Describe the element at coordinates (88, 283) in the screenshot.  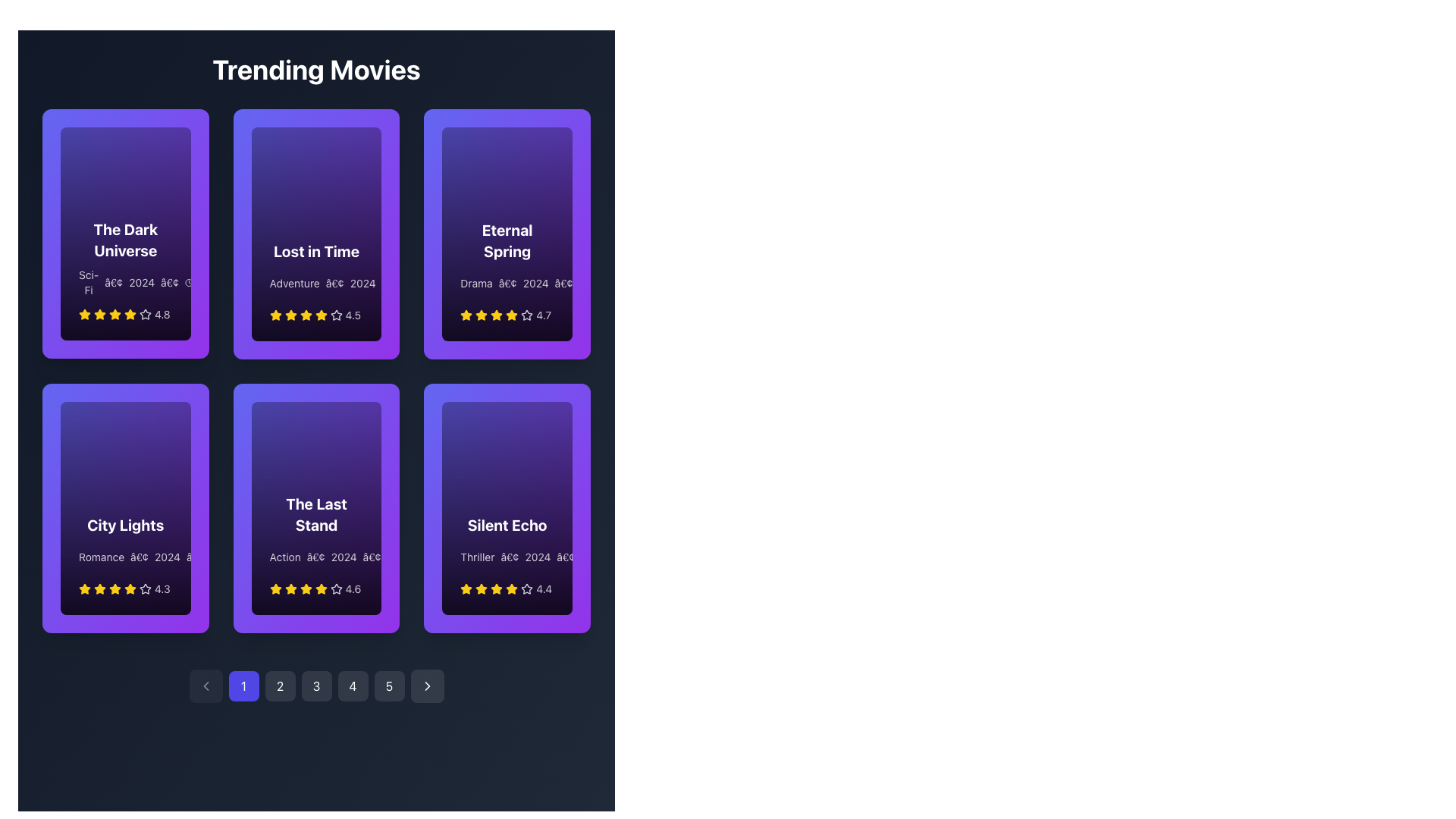
I see `the text label displaying 'Sci-Fi' in white, located within the purple-themed card at the top-left section of the interface` at that location.